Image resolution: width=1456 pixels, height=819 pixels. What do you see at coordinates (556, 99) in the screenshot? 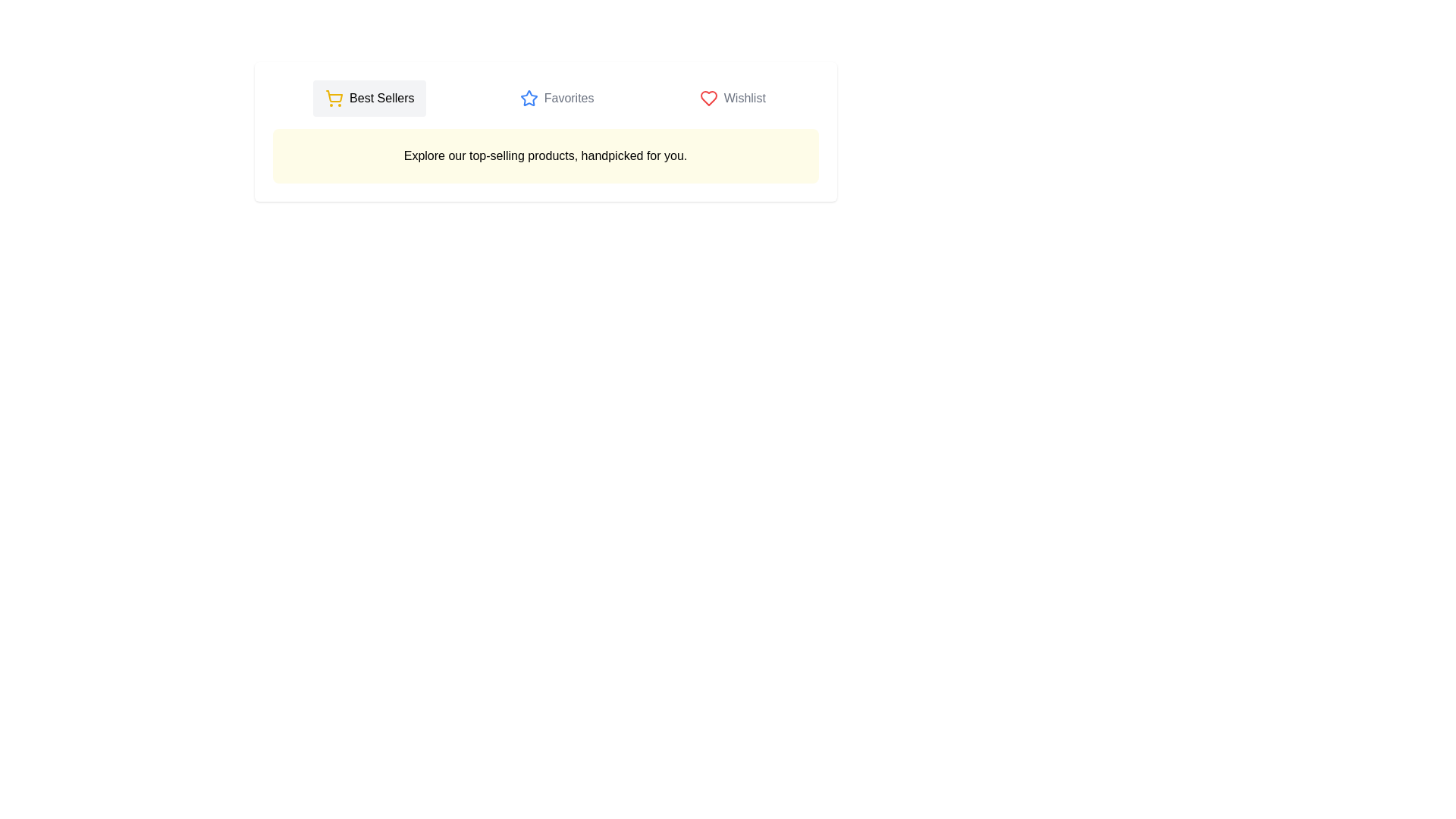
I see `the 'Favorites' tab` at bounding box center [556, 99].